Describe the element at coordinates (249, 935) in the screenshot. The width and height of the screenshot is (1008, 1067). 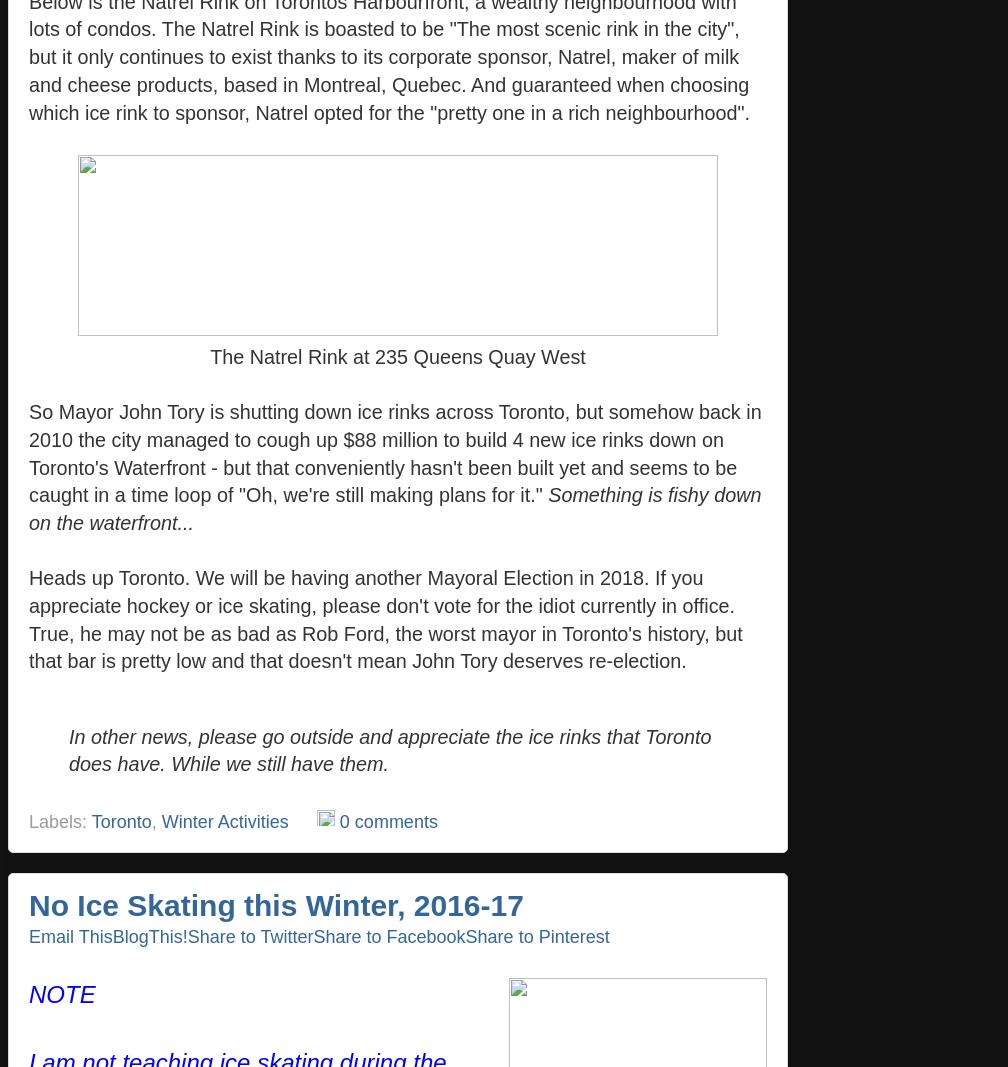
I see `'Share to Twitter'` at that location.